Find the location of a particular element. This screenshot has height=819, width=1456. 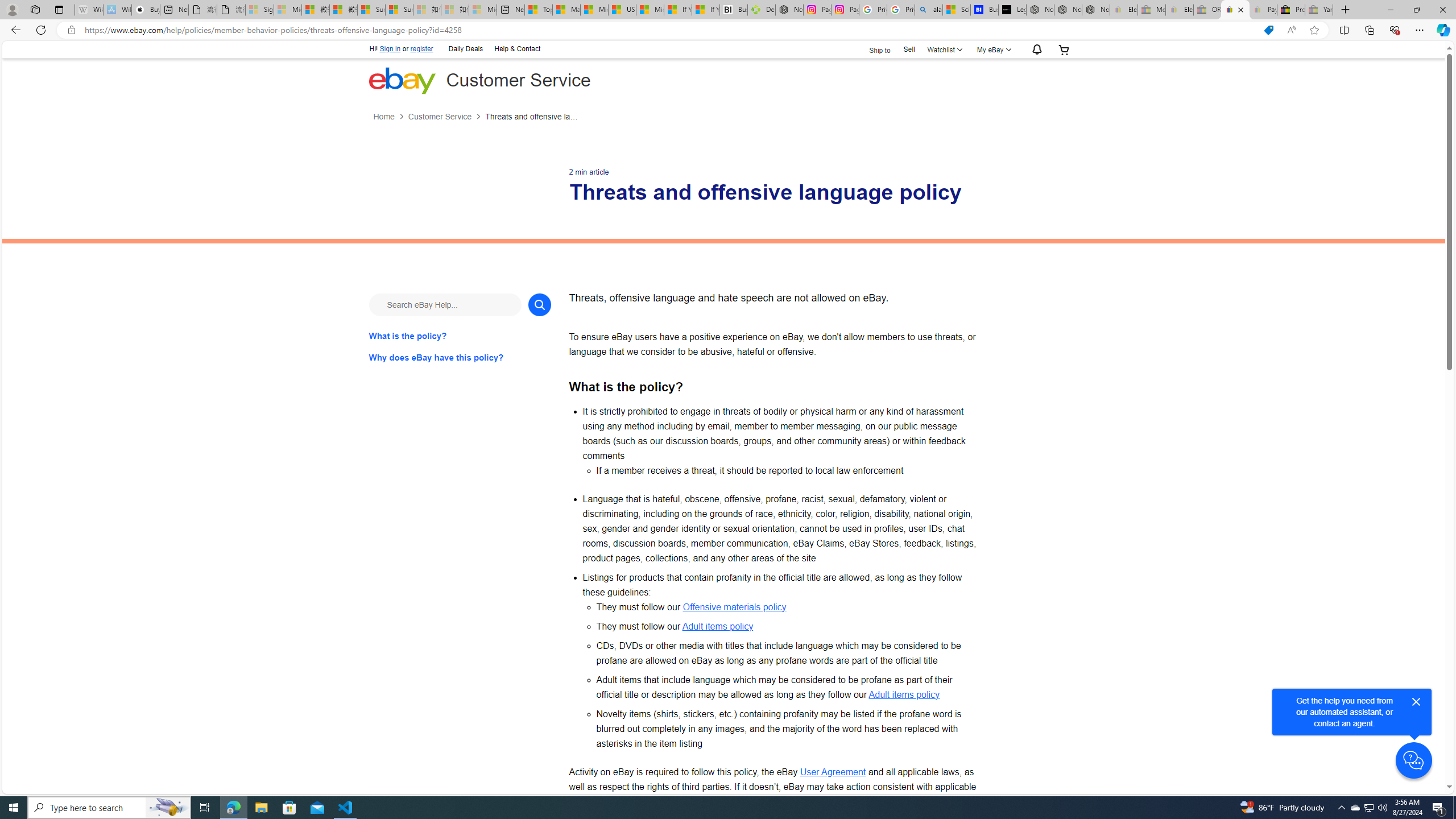

'My eBayExpand My eBay' is located at coordinates (992, 49).